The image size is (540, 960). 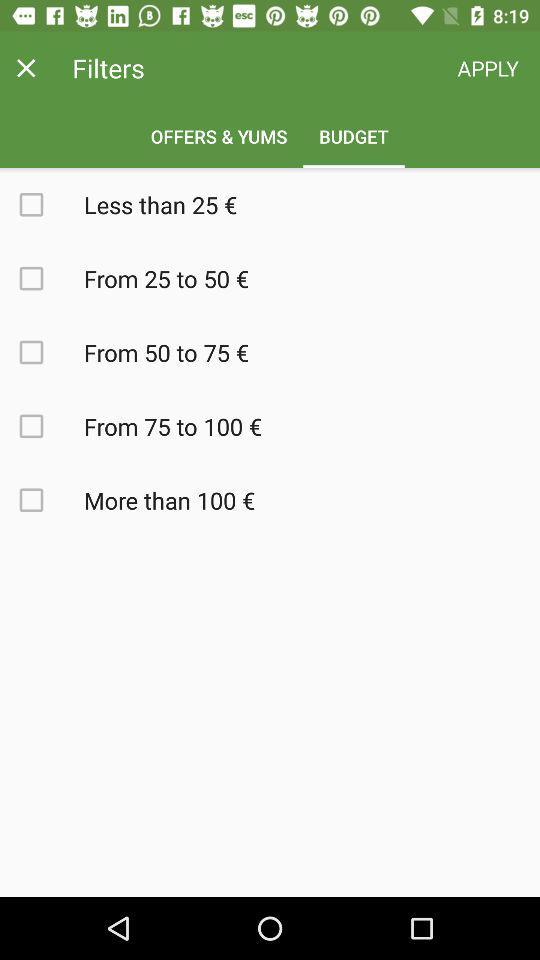 What do you see at coordinates (42, 204) in the screenshot?
I see `less than 25 euros` at bounding box center [42, 204].